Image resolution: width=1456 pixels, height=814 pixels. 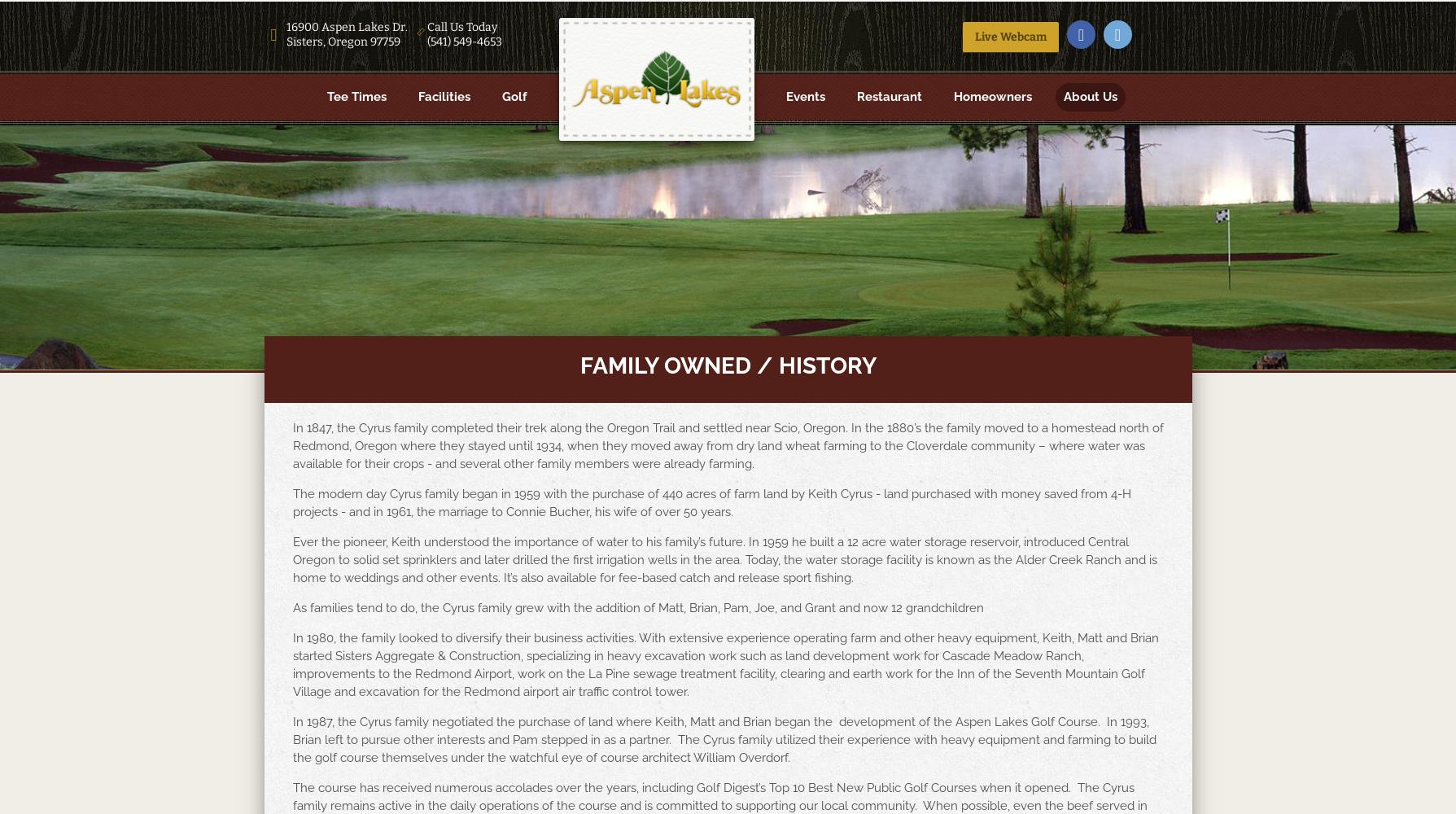 What do you see at coordinates (711, 502) in the screenshot?
I see `'The modern day Cyrus family began in 1959 with the purchase of 440 acres of farm land by Keith Cyrus - land purchased with money saved from 4-H projects - and in 1961, the marriage to Connie Bucher, his wife of over 50 years.'` at bounding box center [711, 502].